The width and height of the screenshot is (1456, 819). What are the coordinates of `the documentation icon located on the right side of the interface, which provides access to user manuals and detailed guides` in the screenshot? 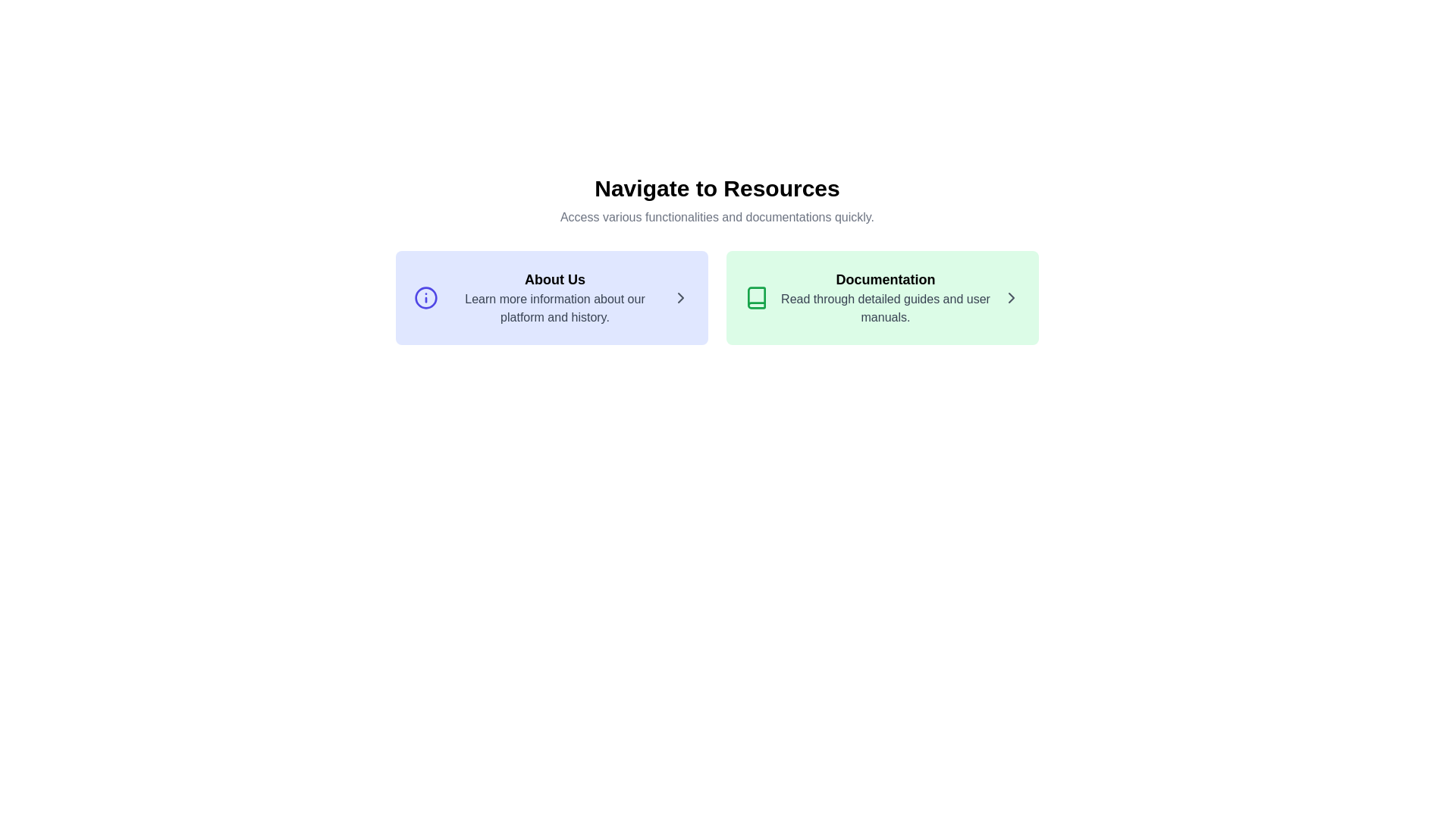 It's located at (757, 298).